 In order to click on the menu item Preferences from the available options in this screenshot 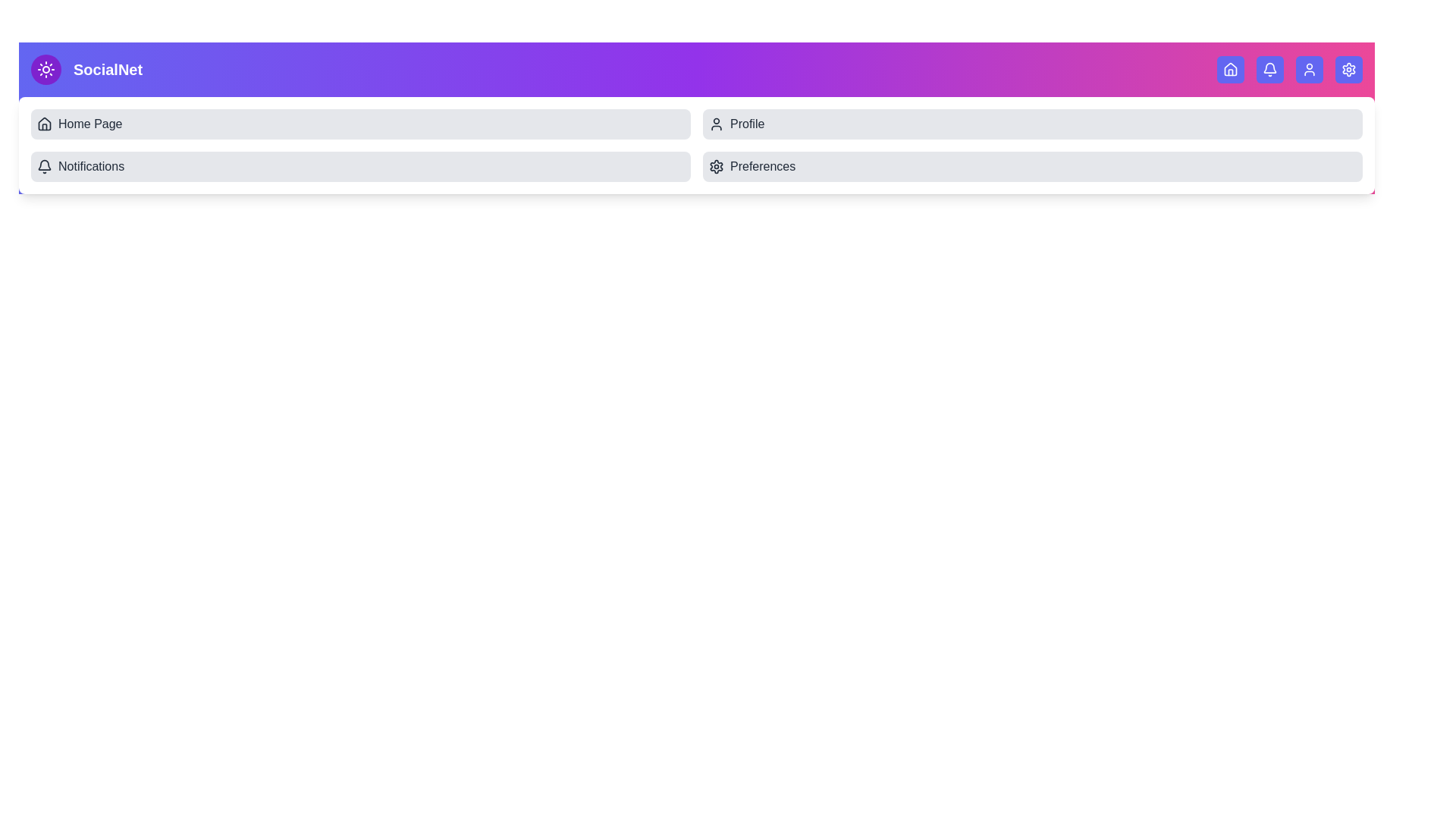, I will do `click(1032, 166)`.